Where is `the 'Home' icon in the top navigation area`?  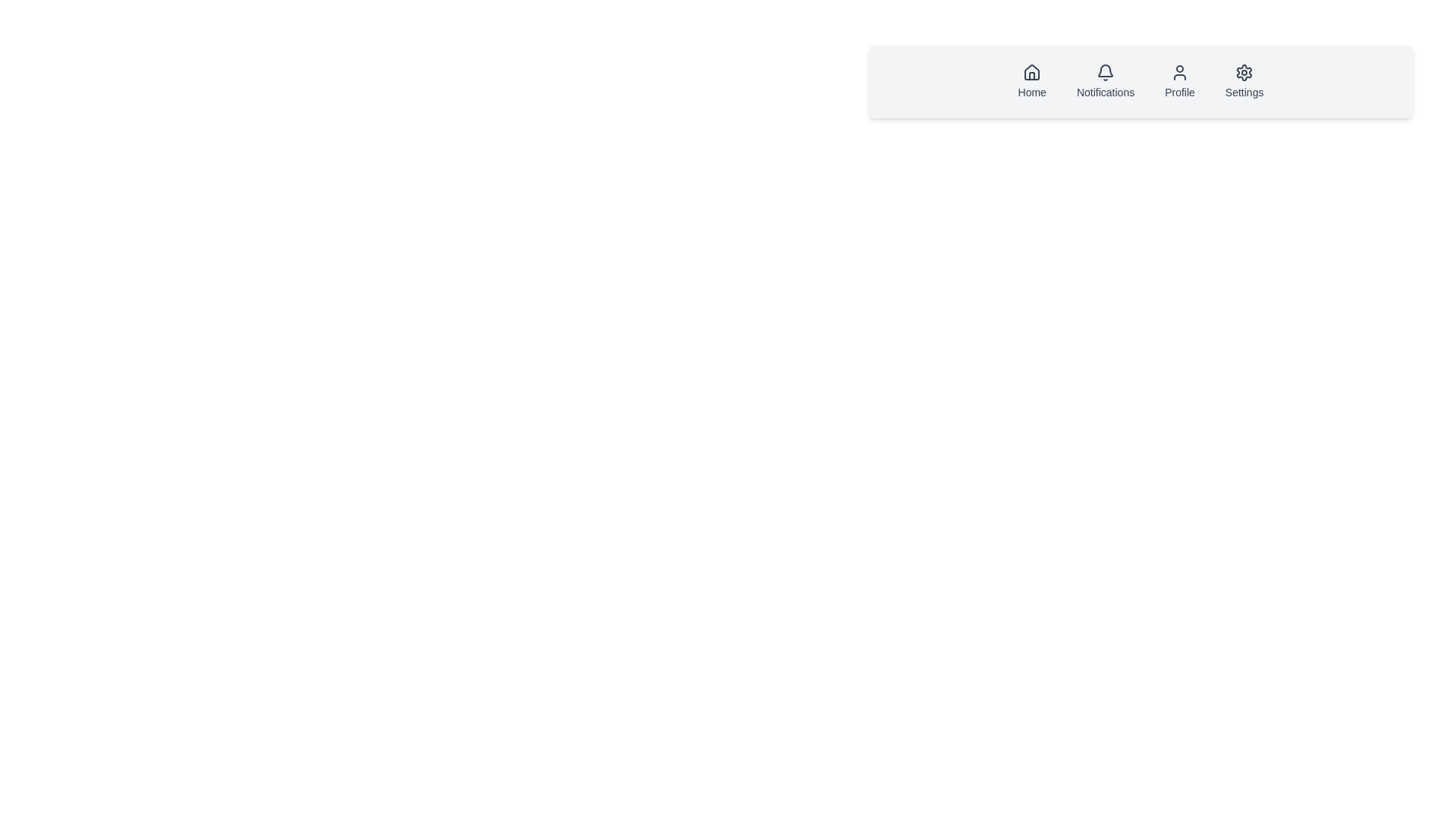
the 'Home' icon in the top navigation area is located at coordinates (1031, 73).